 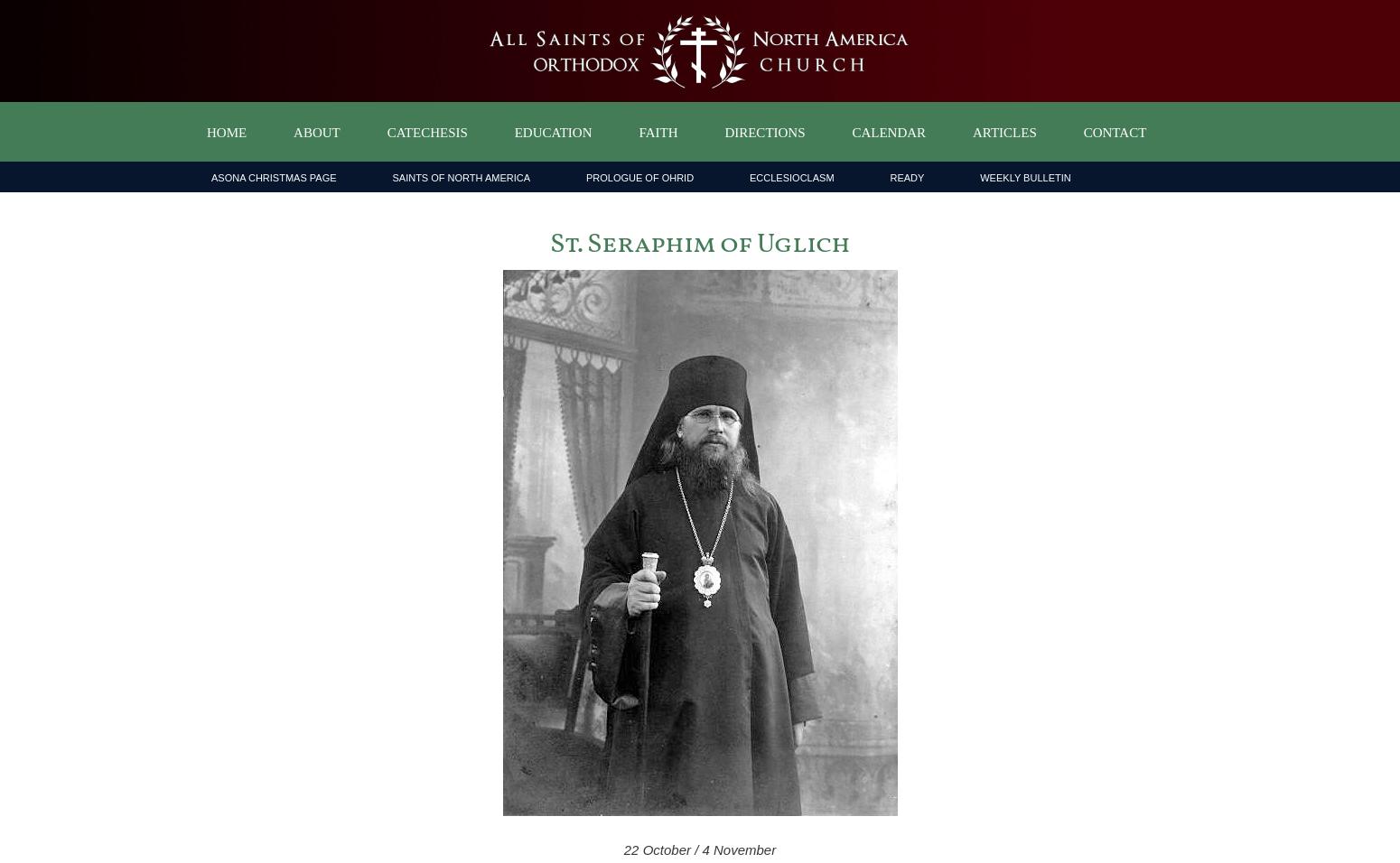 I want to click on 'Weekly Bulletin', so click(x=980, y=178).